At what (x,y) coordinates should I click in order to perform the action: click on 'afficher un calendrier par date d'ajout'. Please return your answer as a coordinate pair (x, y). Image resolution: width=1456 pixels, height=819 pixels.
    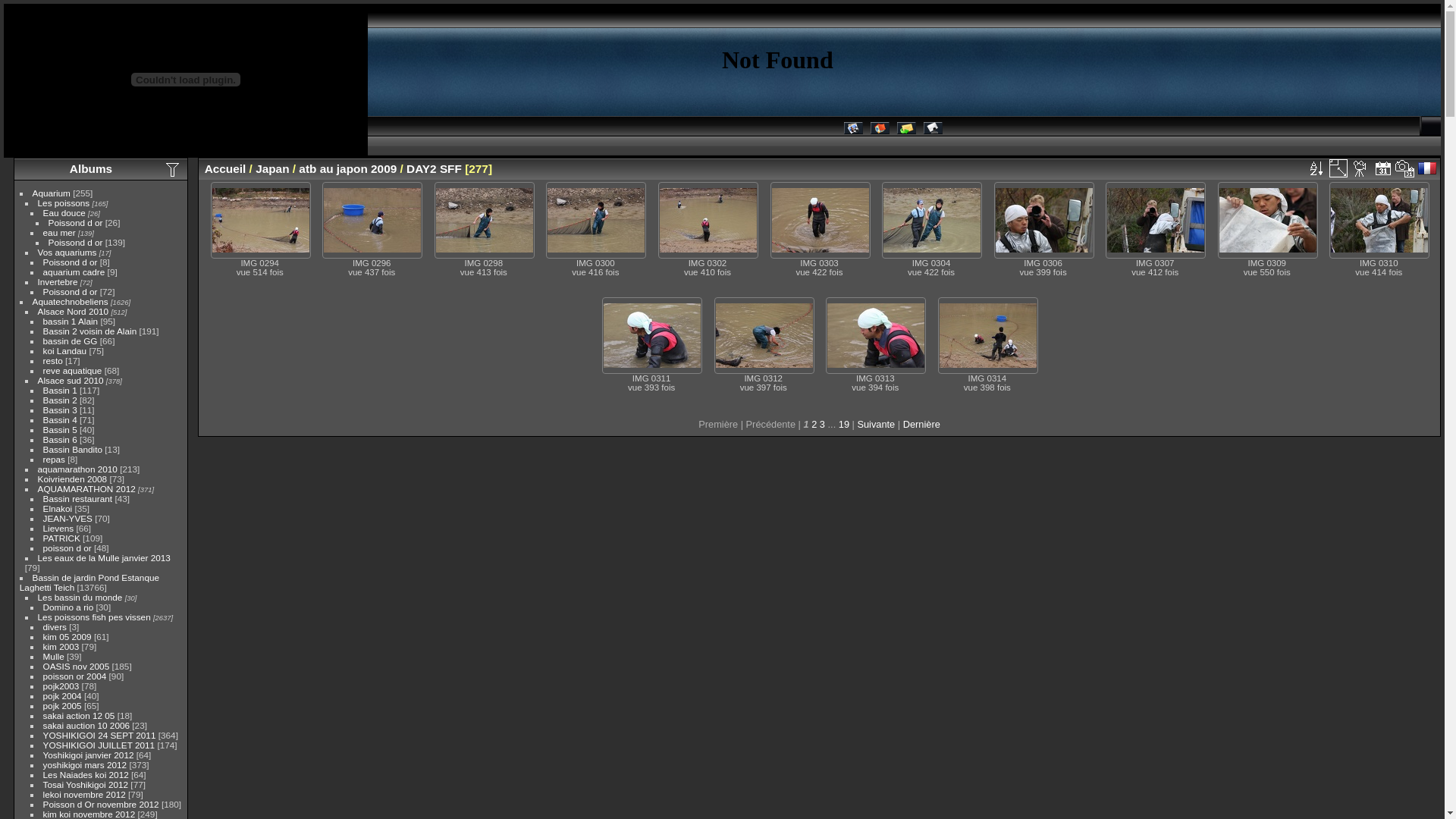
    Looking at the image, I should click on (1383, 168).